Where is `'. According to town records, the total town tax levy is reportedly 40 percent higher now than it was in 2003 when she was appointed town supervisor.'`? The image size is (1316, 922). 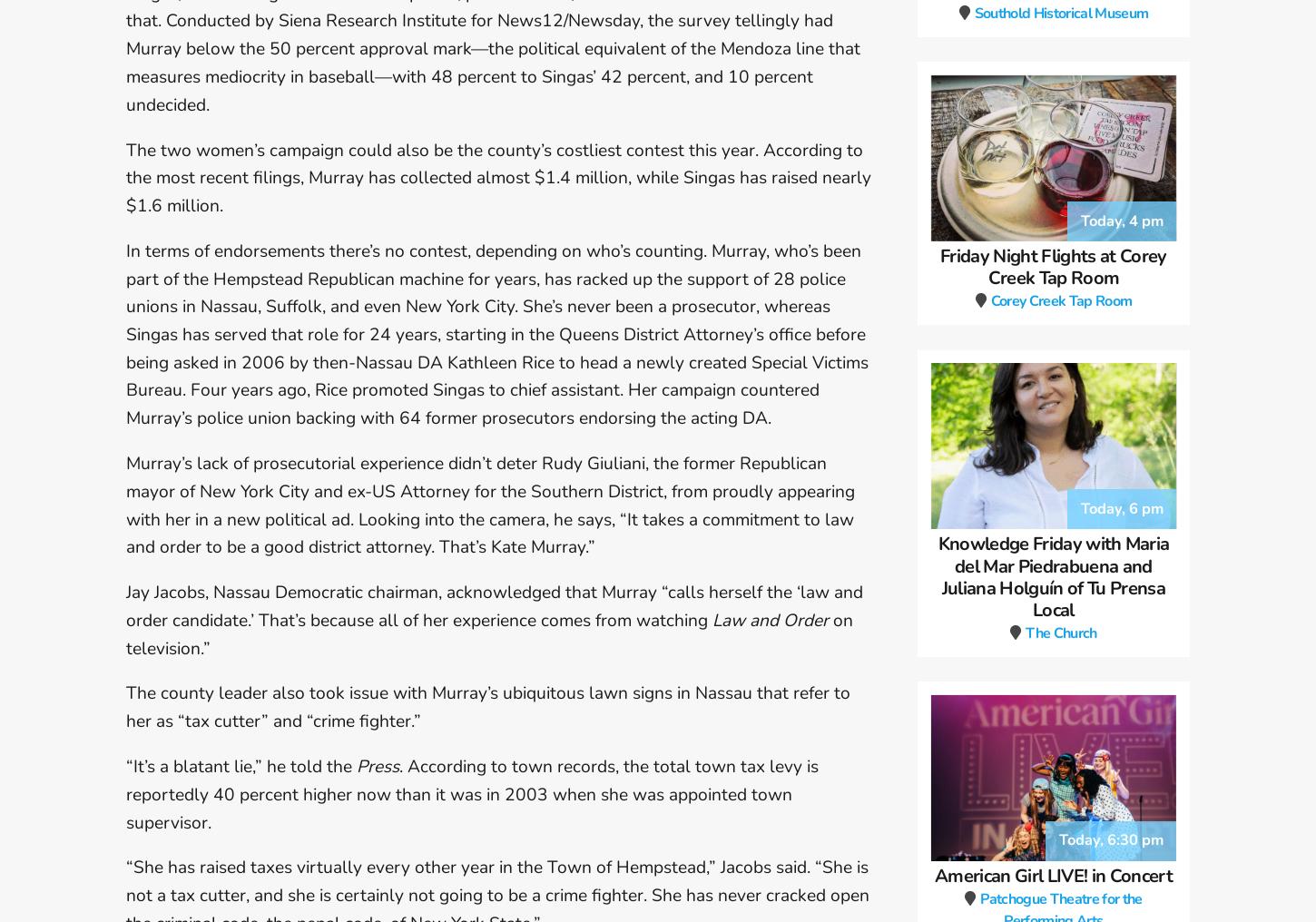 '. According to town records, the total town tax levy is reportedly 40 percent higher now than it was in 2003 when she was appointed town supervisor.' is located at coordinates (472, 794).